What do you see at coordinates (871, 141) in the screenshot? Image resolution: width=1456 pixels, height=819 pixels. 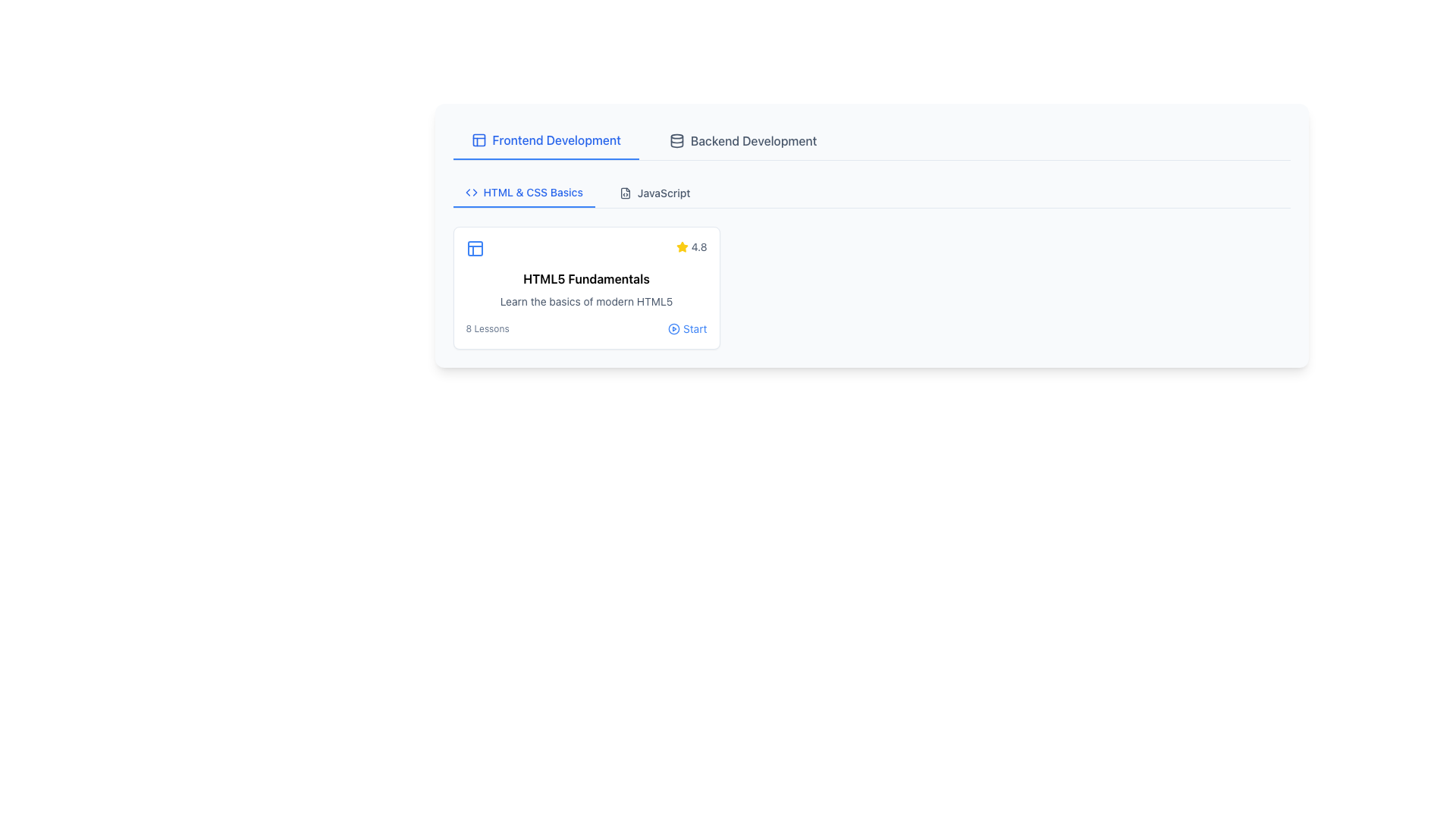 I see `the Tab Navigation Bar located at the top of the card` at bounding box center [871, 141].